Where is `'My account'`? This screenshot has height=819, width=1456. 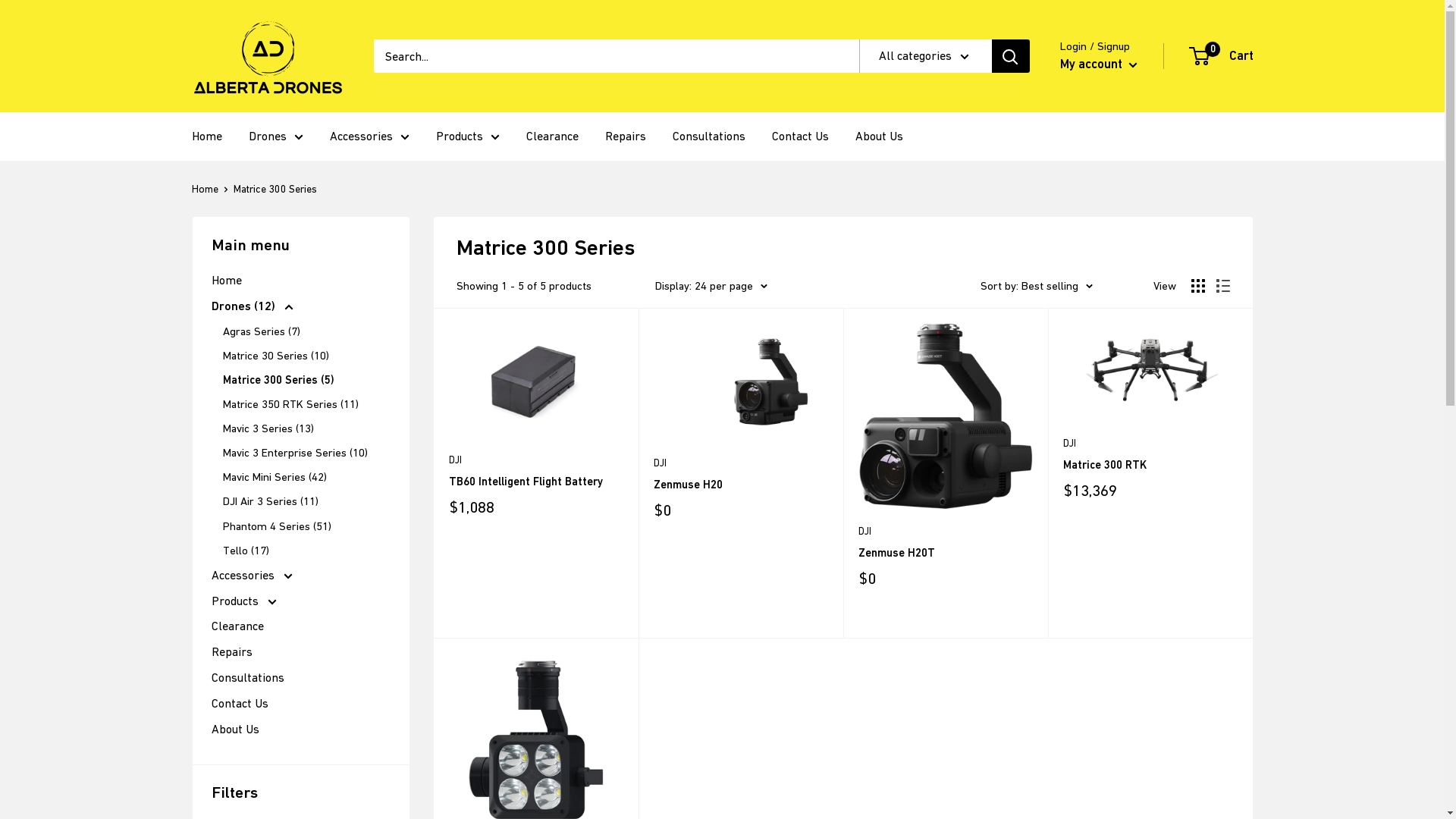 'My account' is located at coordinates (1099, 63).